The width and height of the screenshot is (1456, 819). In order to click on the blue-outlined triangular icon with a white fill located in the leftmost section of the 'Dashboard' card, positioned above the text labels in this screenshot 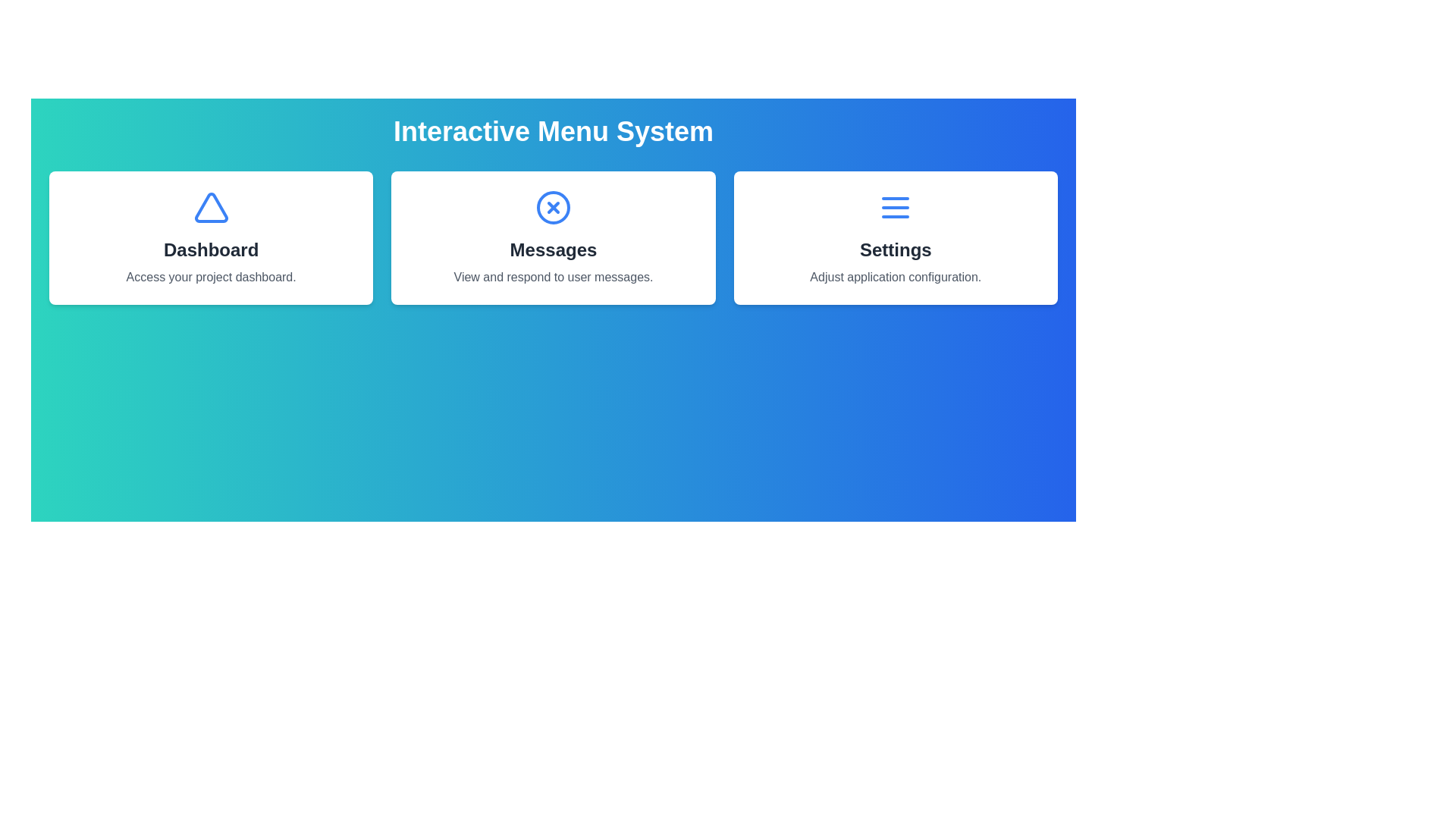, I will do `click(210, 207)`.